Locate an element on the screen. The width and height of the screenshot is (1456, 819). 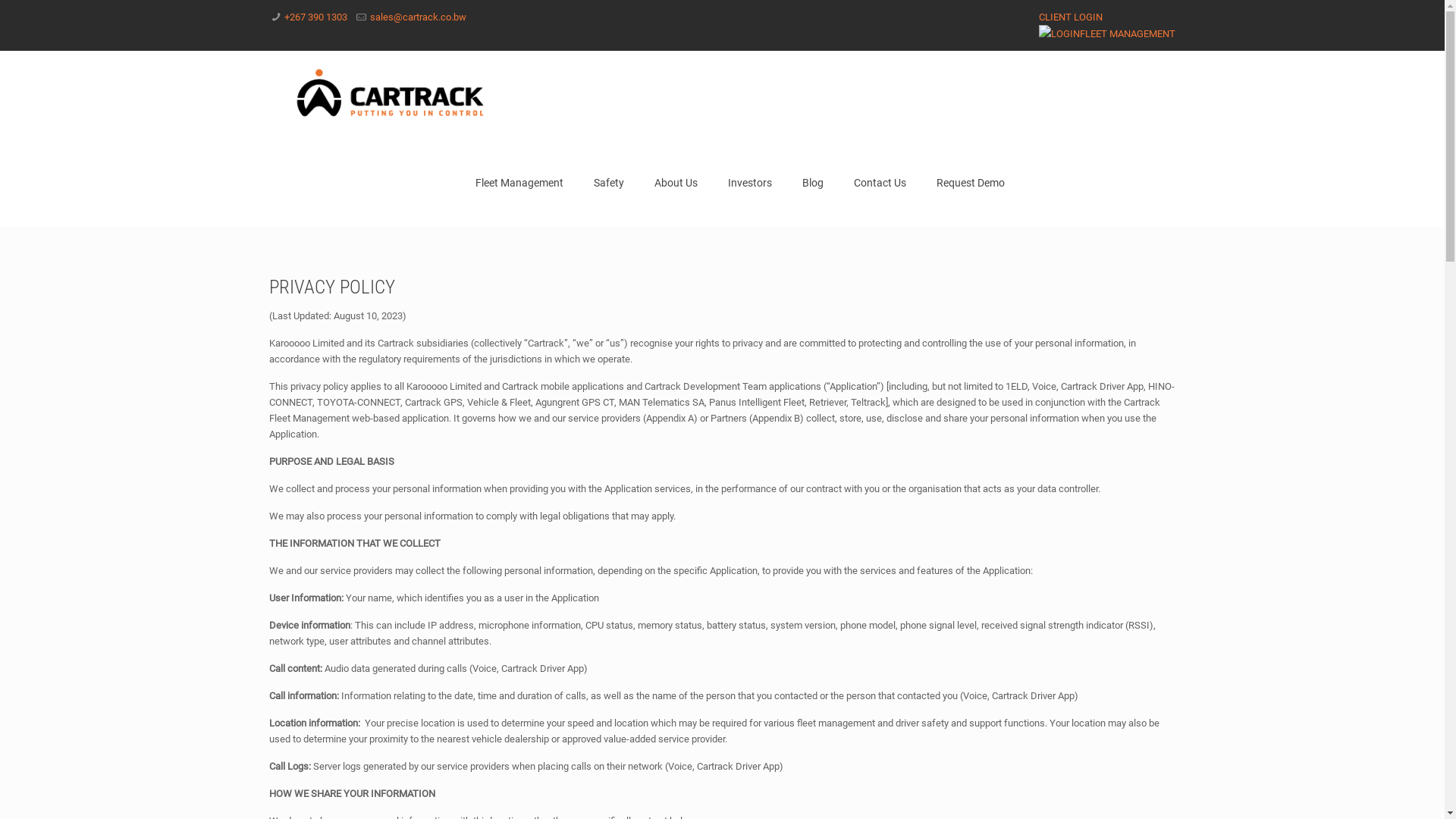
'Cartrack Botswana' is located at coordinates (391, 94).